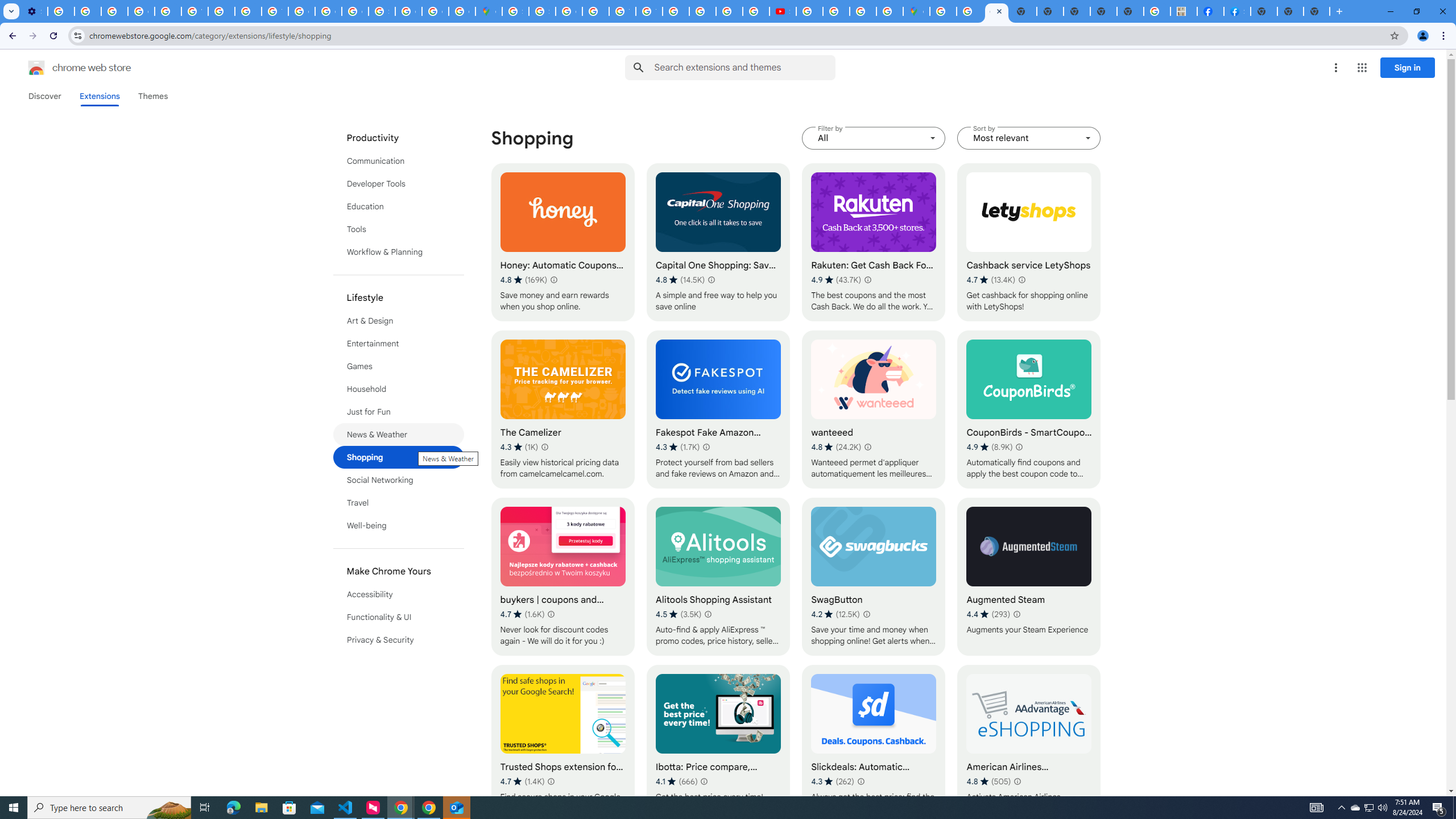 The width and height of the screenshot is (1456, 819). What do you see at coordinates (1317, 11) in the screenshot?
I see `'New Tab'` at bounding box center [1317, 11].